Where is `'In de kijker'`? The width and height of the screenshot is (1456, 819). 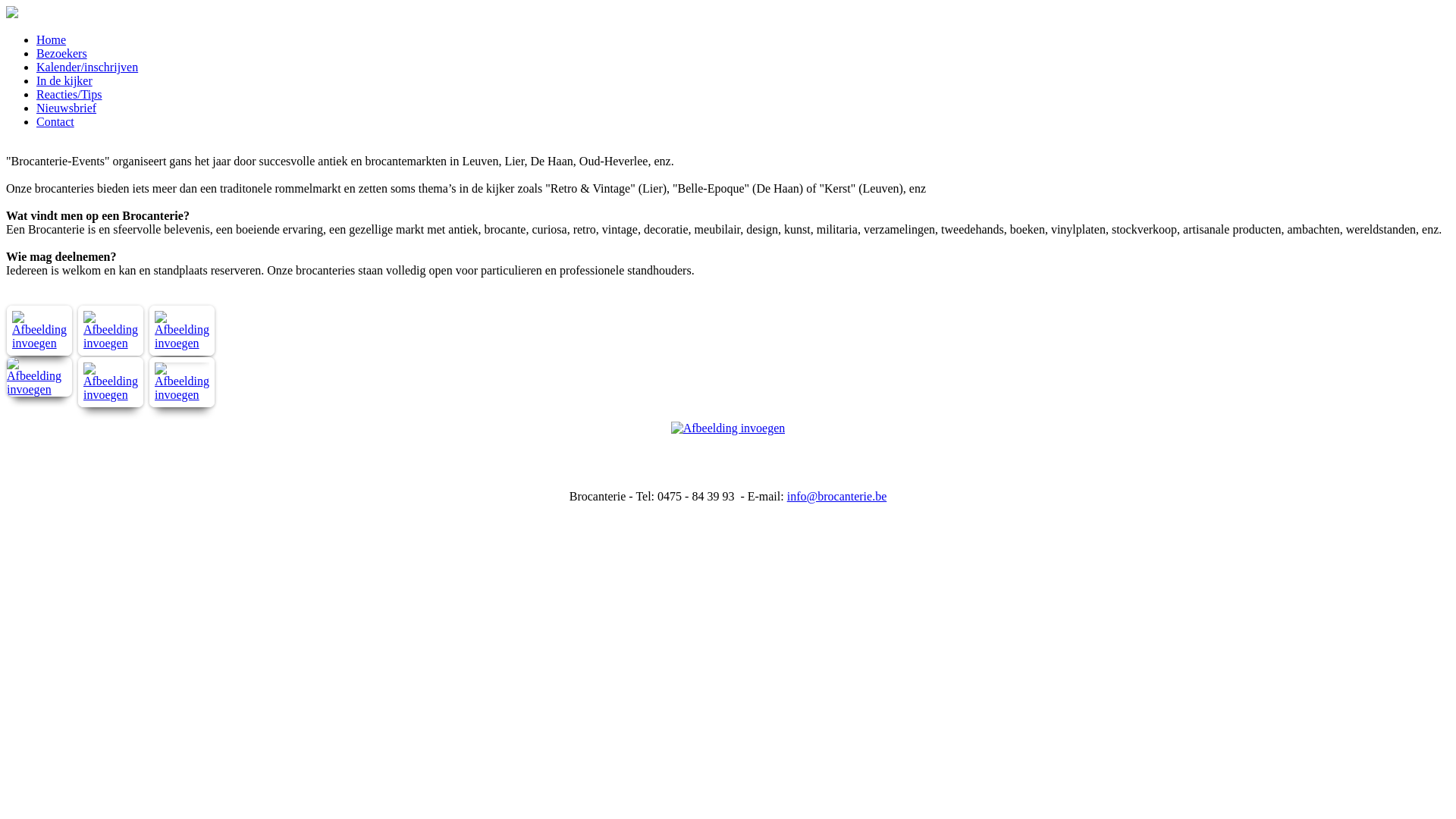
'In de kijker' is located at coordinates (64, 80).